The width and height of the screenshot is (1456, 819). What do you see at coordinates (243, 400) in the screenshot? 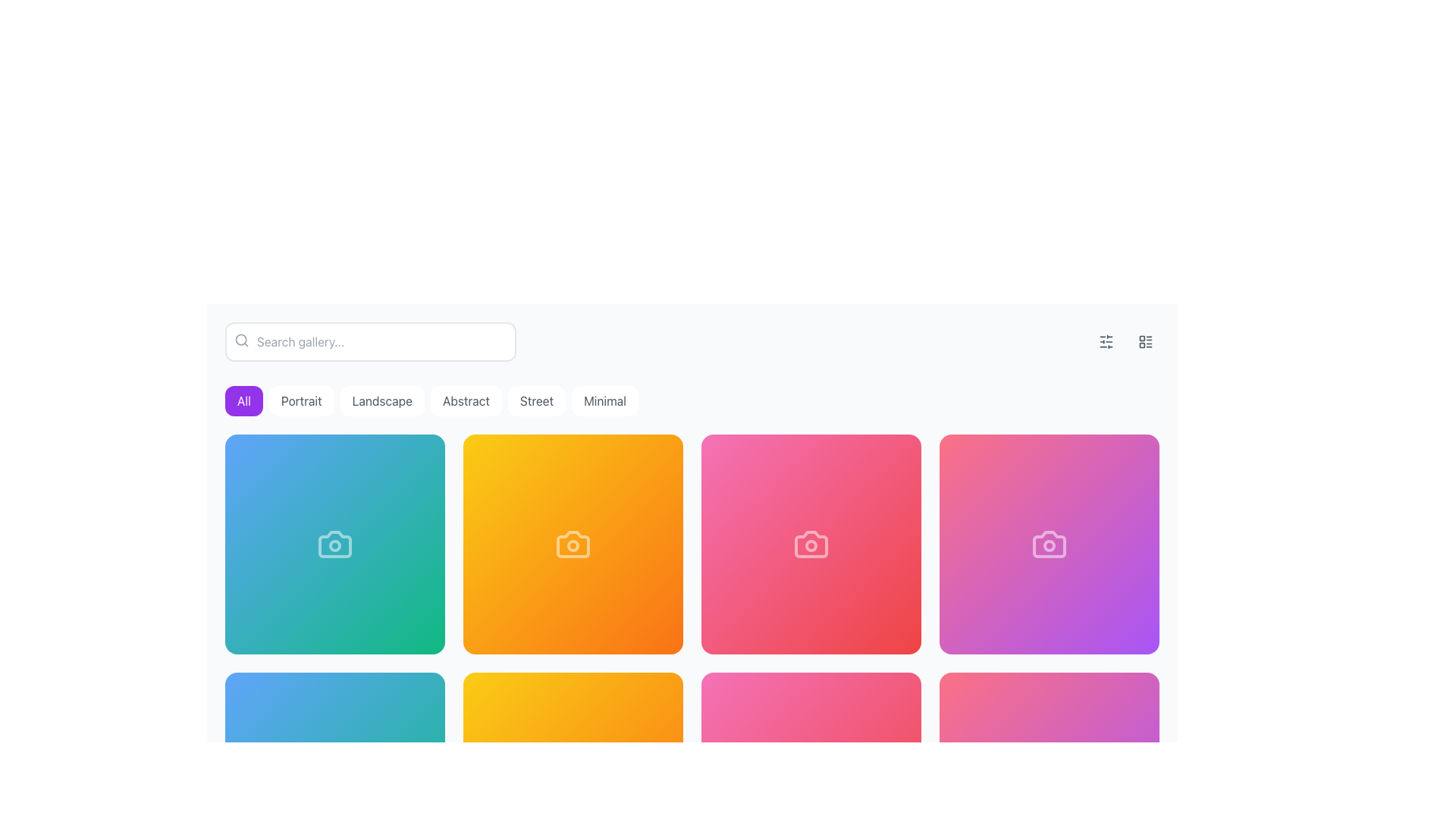
I see `the rectangular button with rounded corners that has a purple background and white text reading 'All'` at bounding box center [243, 400].